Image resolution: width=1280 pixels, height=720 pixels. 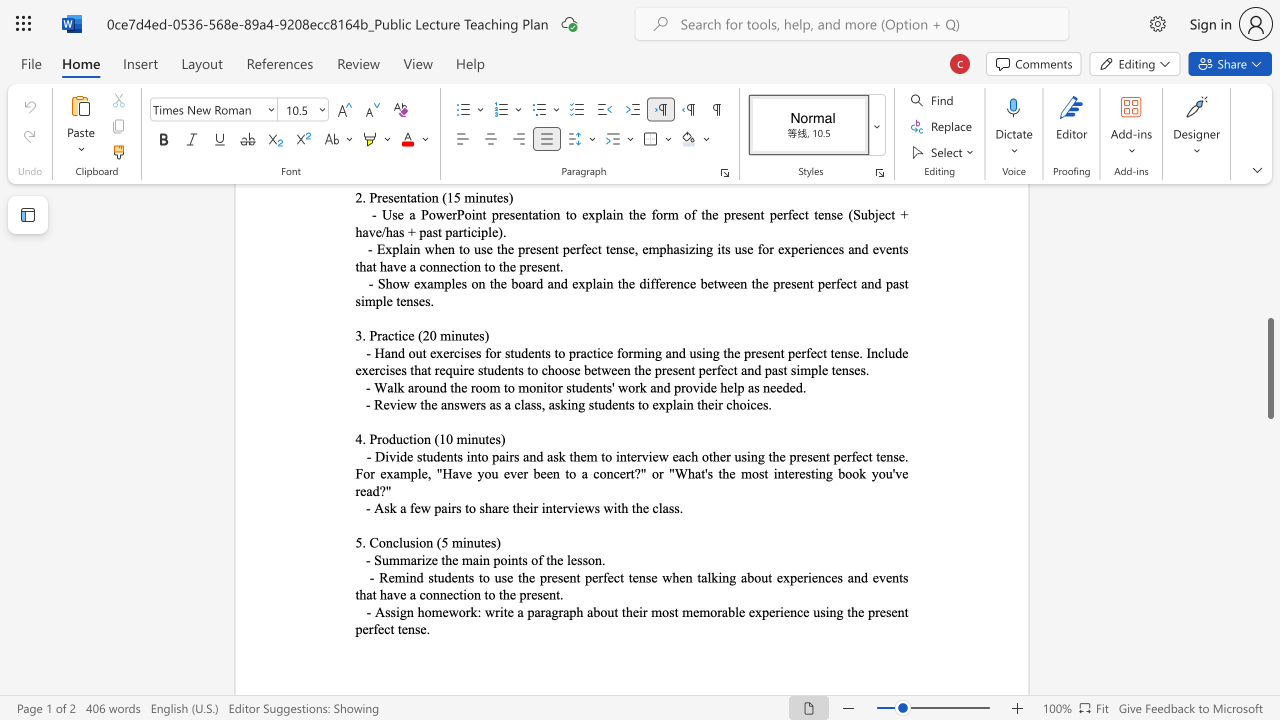 What do you see at coordinates (504, 560) in the screenshot?
I see `the 1th character "o" in the text` at bounding box center [504, 560].